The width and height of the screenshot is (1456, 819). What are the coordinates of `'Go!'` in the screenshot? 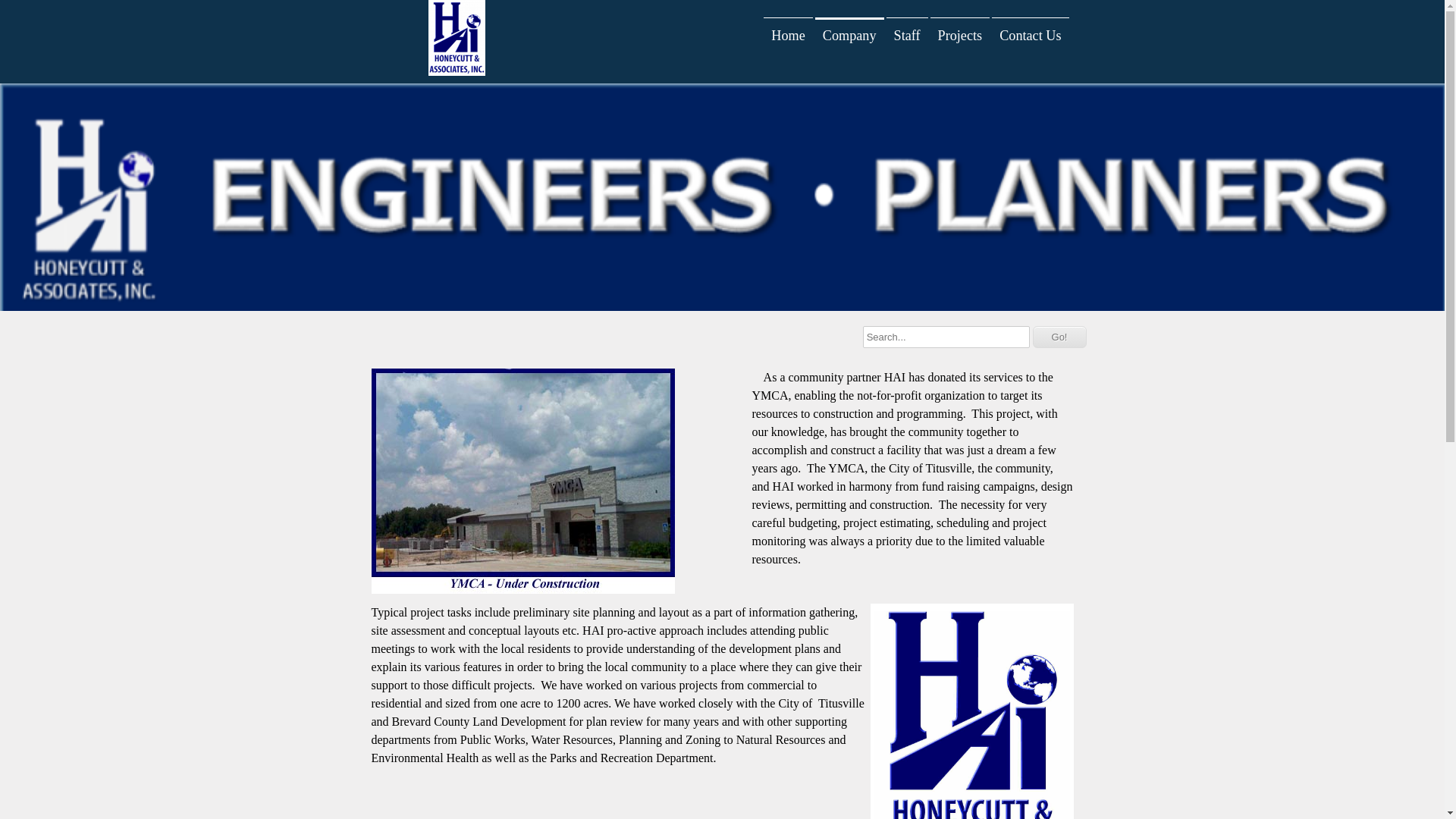 It's located at (1059, 336).